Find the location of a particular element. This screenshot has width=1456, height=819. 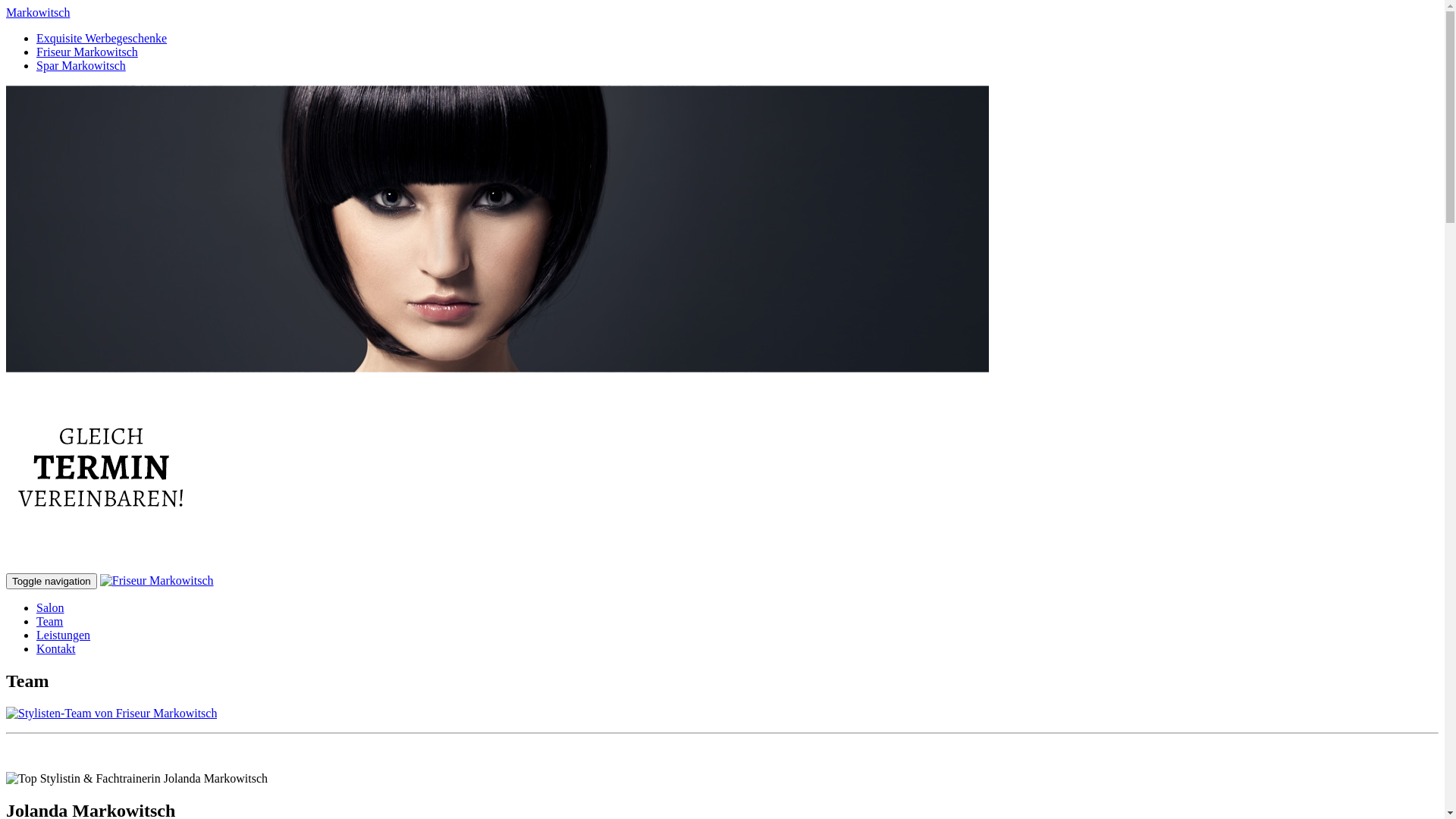

'Kontakt' is located at coordinates (55, 648).